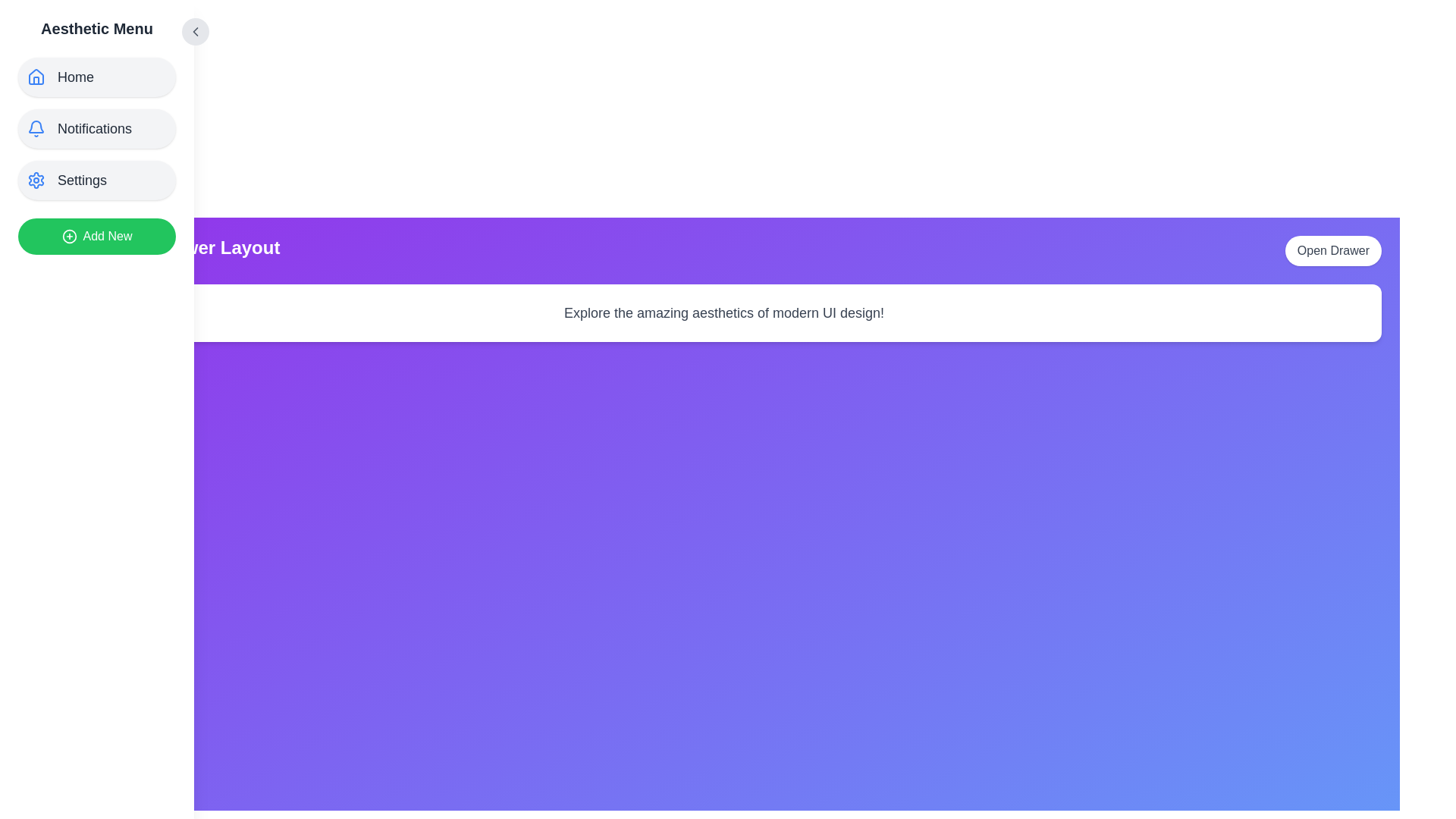  I want to click on the green button labeled 'Add New' located in the left sidebar menu, situated below the 'Settings' menu item, so click(107, 237).